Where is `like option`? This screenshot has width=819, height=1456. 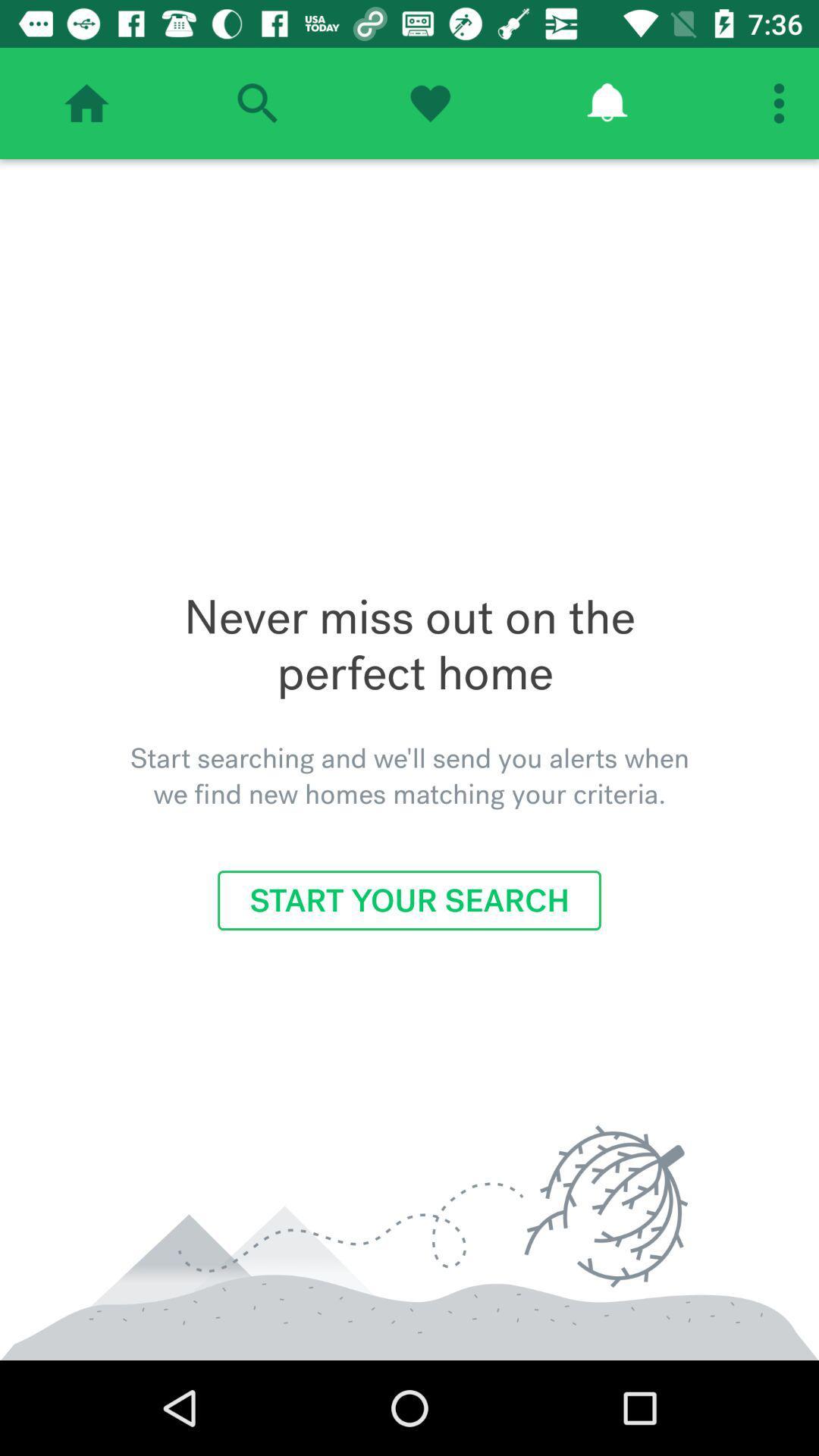
like option is located at coordinates (430, 102).